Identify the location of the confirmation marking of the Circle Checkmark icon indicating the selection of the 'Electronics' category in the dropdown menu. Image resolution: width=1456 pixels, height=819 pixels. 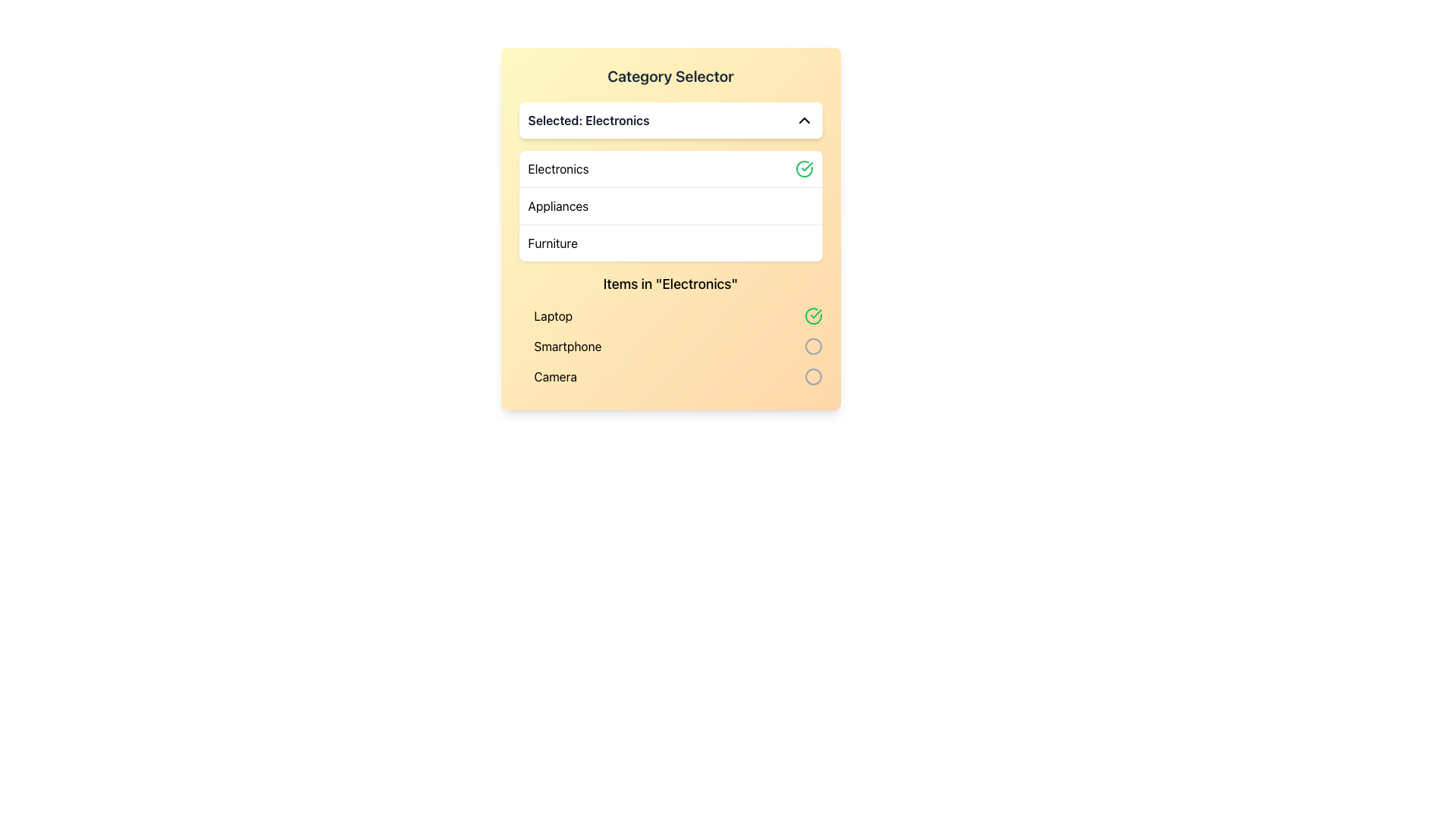
(803, 169).